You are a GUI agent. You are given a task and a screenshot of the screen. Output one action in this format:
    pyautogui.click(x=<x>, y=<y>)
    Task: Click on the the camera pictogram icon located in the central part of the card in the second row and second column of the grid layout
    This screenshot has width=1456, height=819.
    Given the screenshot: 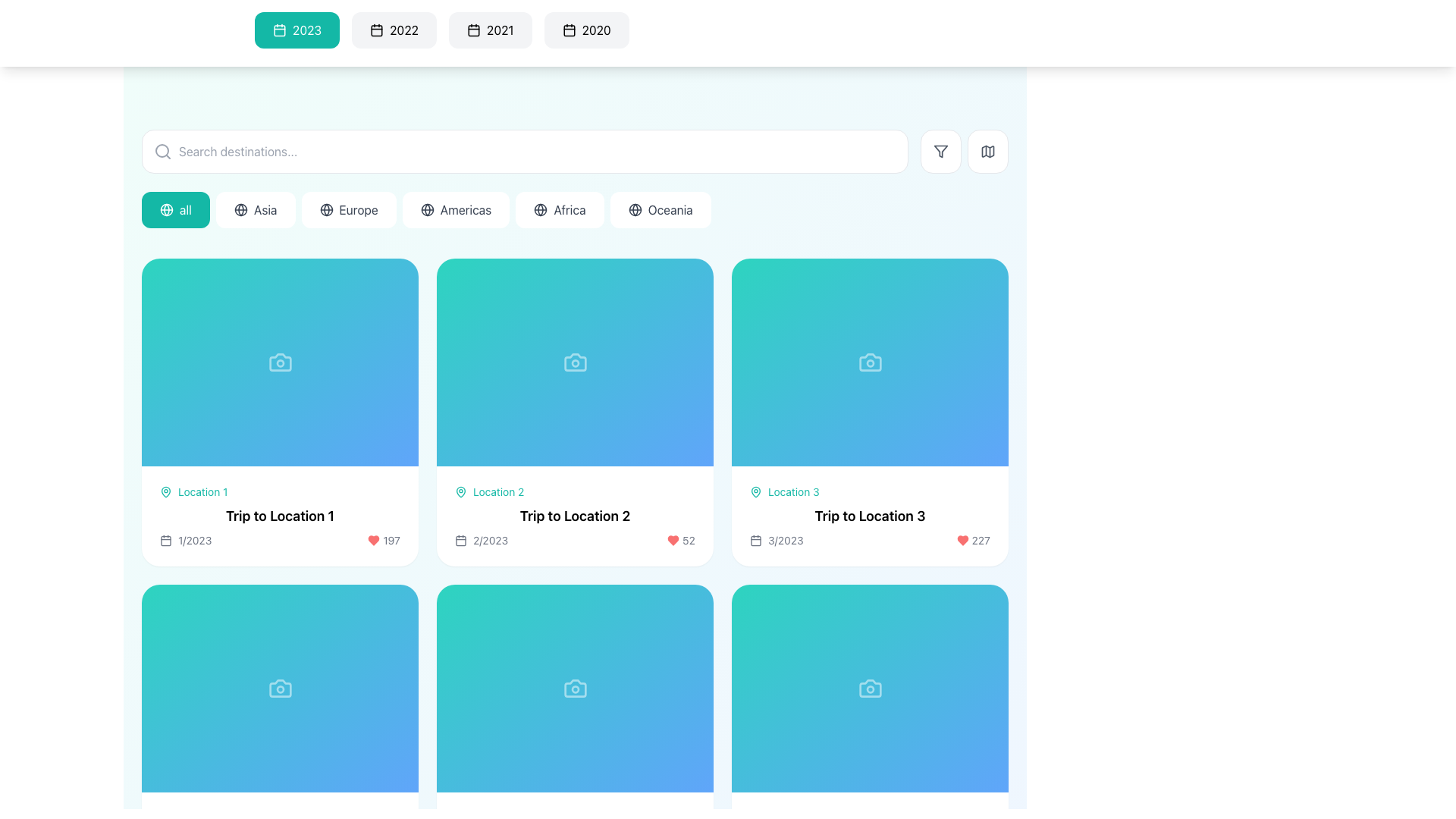 What is the action you would take?
    pyautogui.click(x=574, y=688)
    